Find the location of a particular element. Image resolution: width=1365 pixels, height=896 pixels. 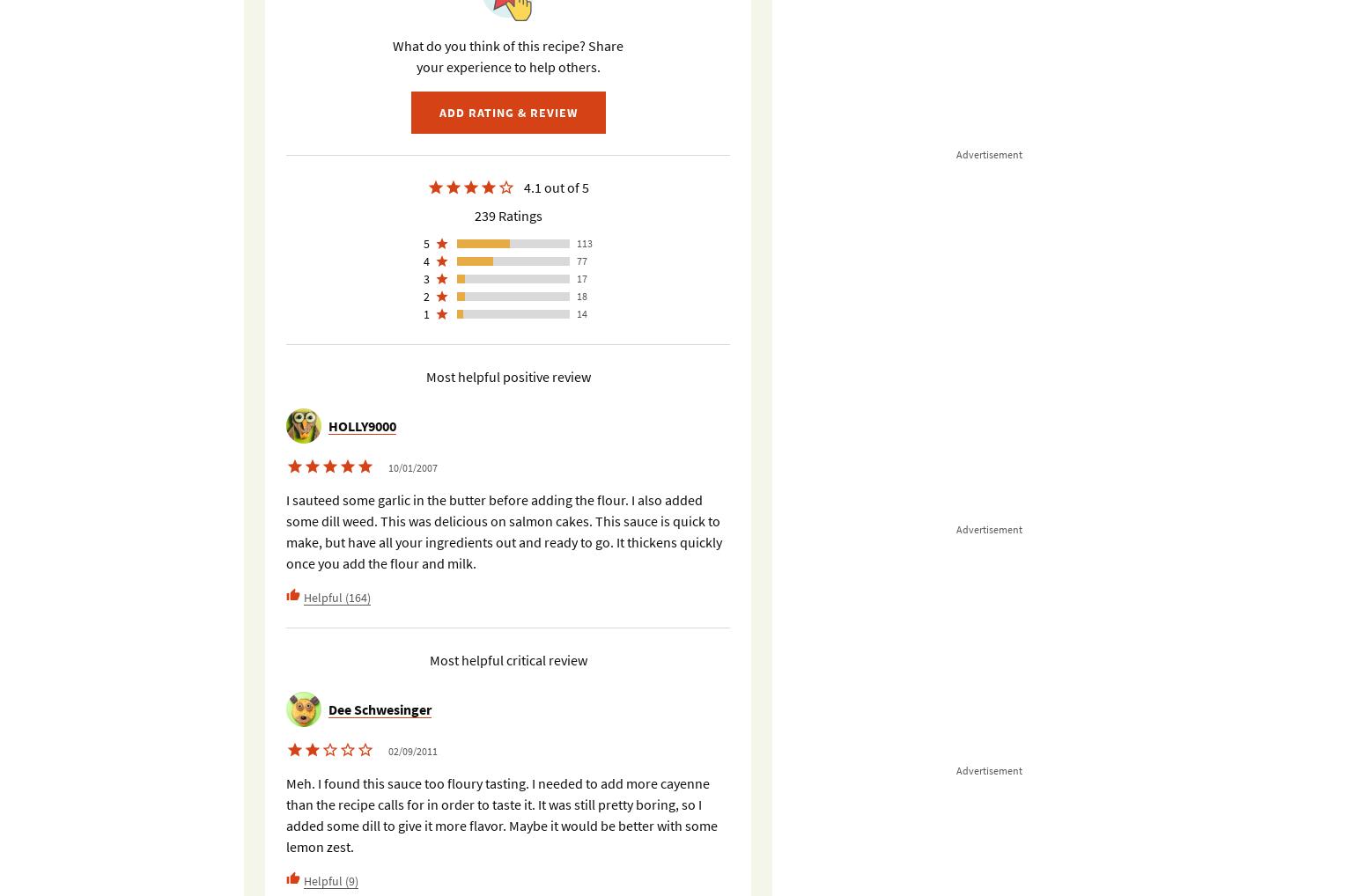

'I sauteed some garlic in the butter before adding the flour.  I also added some dill weed.  This was delicious on salmon cakes.  

This sauce is quick to make, but have all your ingredients out and ready to go.  It thickens quickly once you add the flour and milk.' is located at coordinates (504, 531).